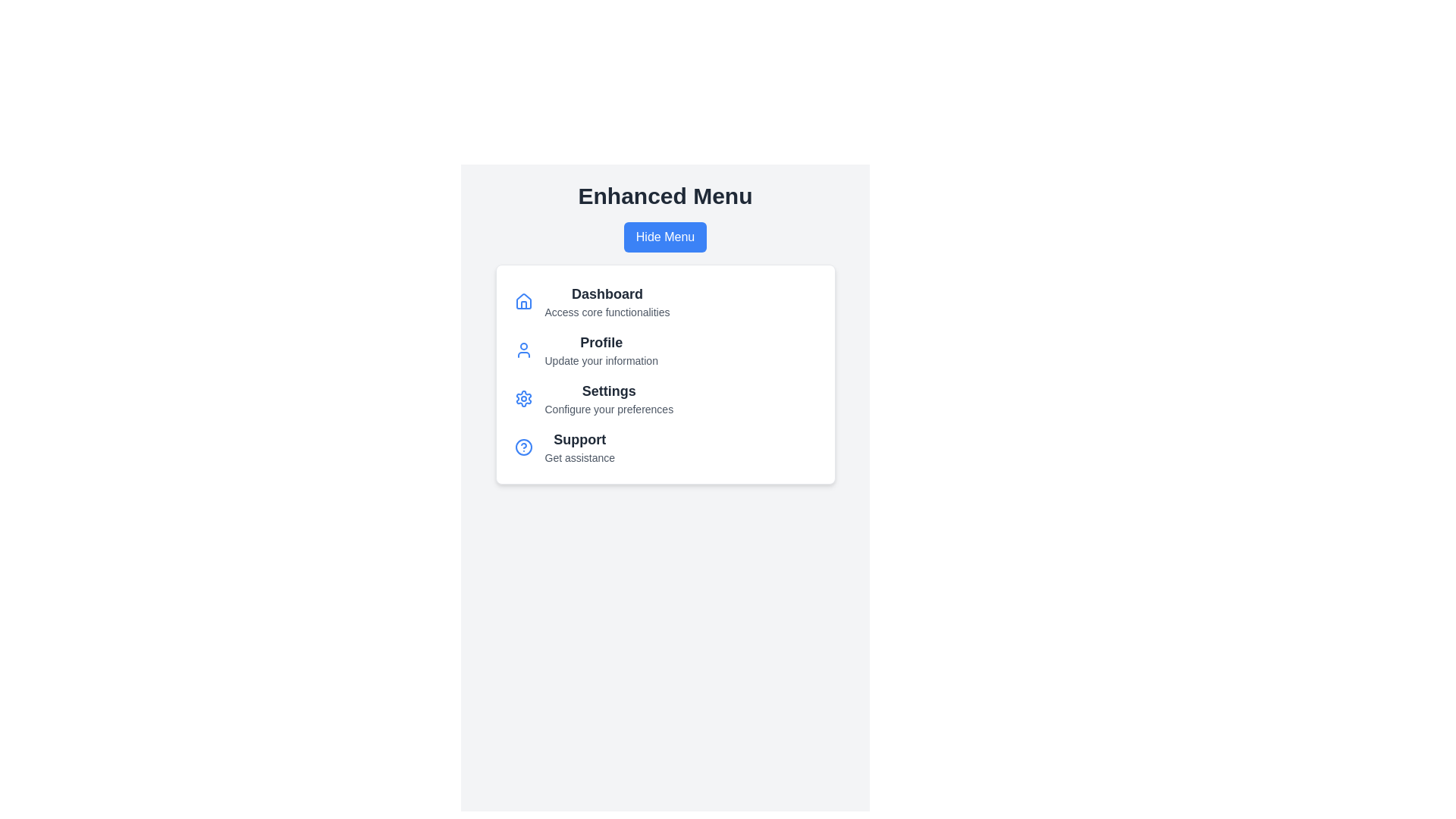  Describe the element at coordinates (523, 447) in the screenshot. I see `the icon of the menu item labeled Support` at that location.